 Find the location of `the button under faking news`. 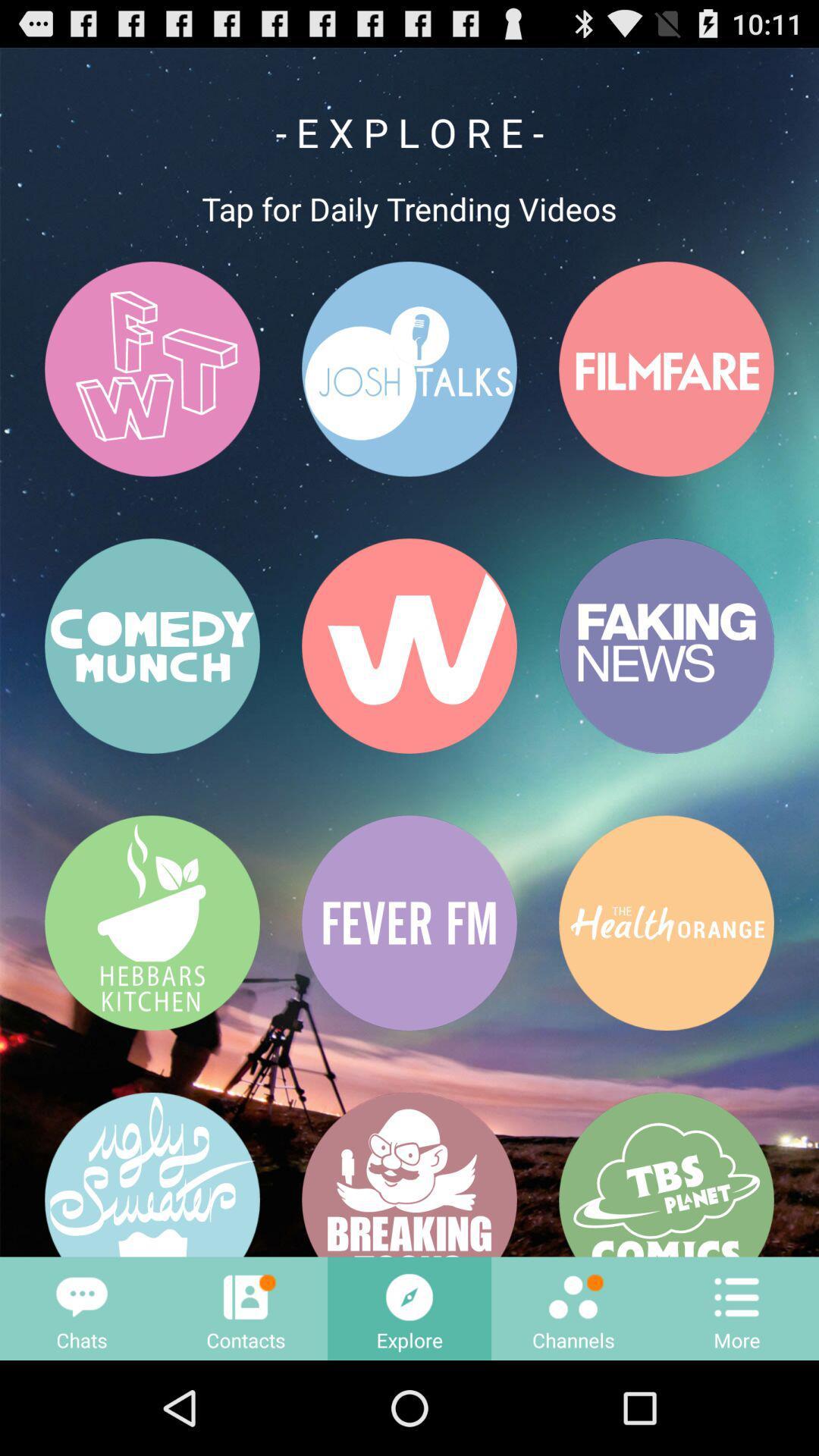

the button under faking news is located at coordinates (666, 922).